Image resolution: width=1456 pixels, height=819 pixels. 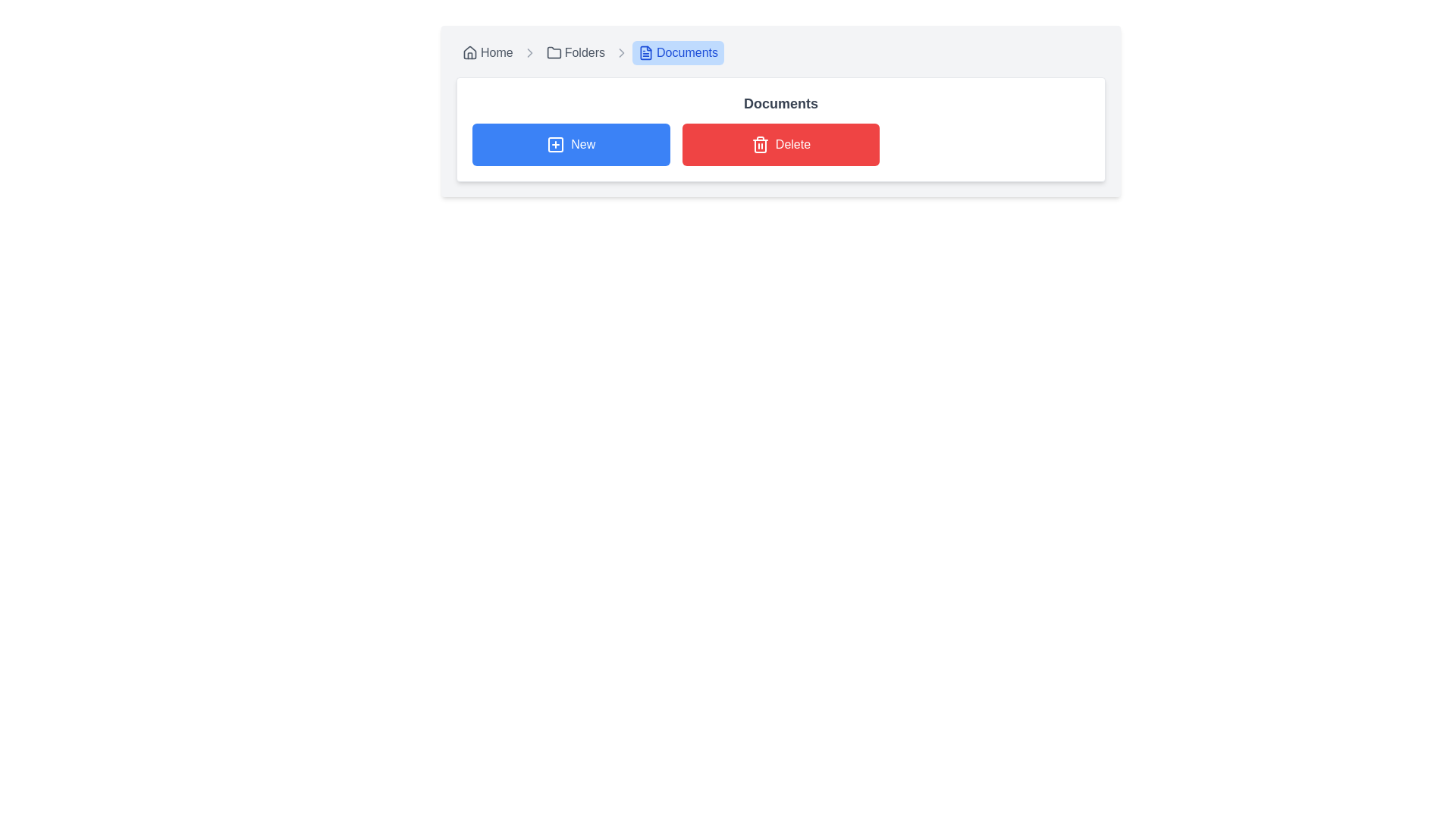 What do you see at coordinates (555, 145) in the screenshot?
I see `the background decoration of the icon inside the 'New' button, which enhances the clarity and attractiveness of the interface` at bounding box center [555, 145].